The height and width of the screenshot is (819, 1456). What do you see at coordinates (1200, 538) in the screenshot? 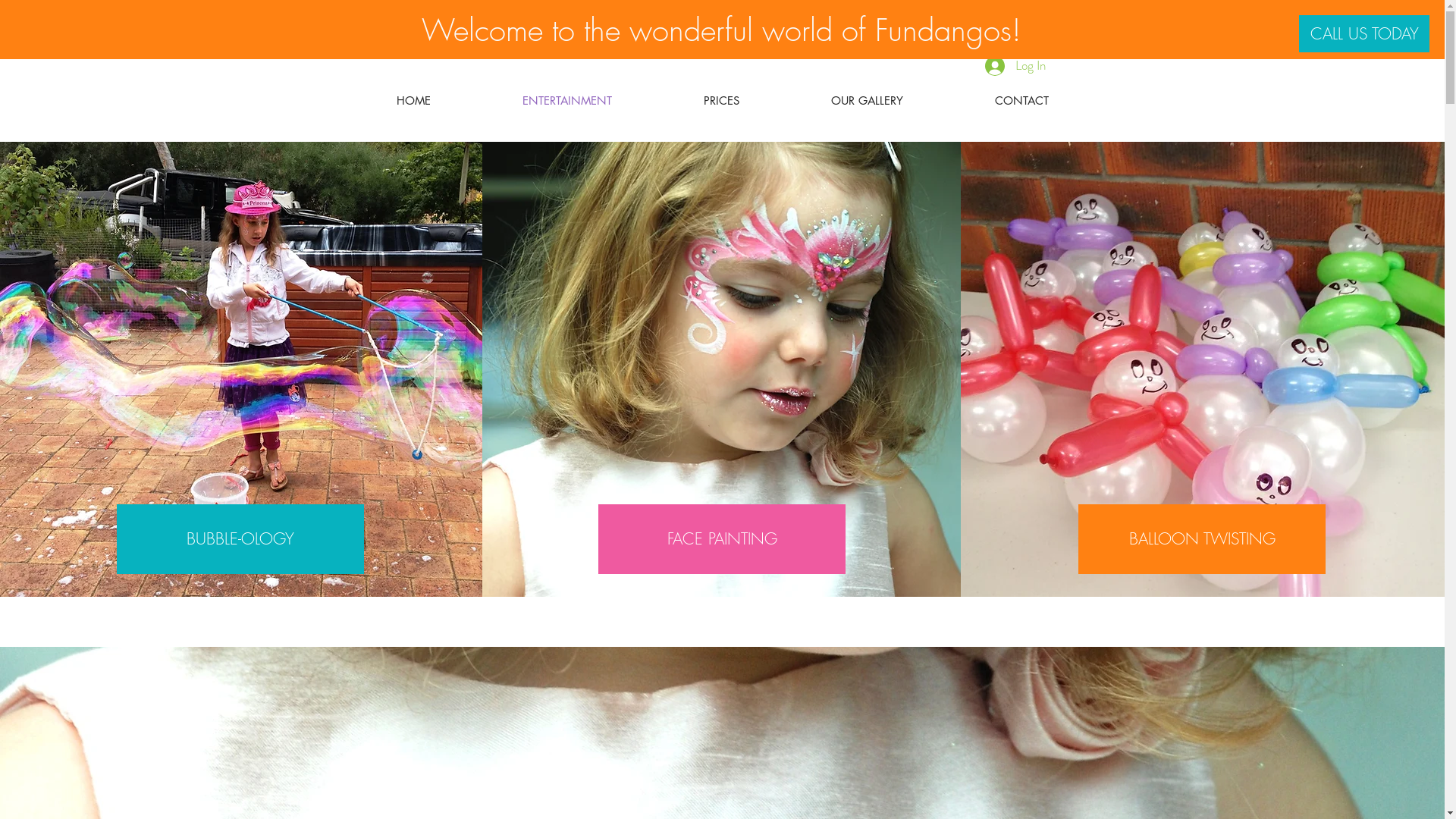
I see `'BALLOON TWISTING'` at bounding box center [1200, 538].